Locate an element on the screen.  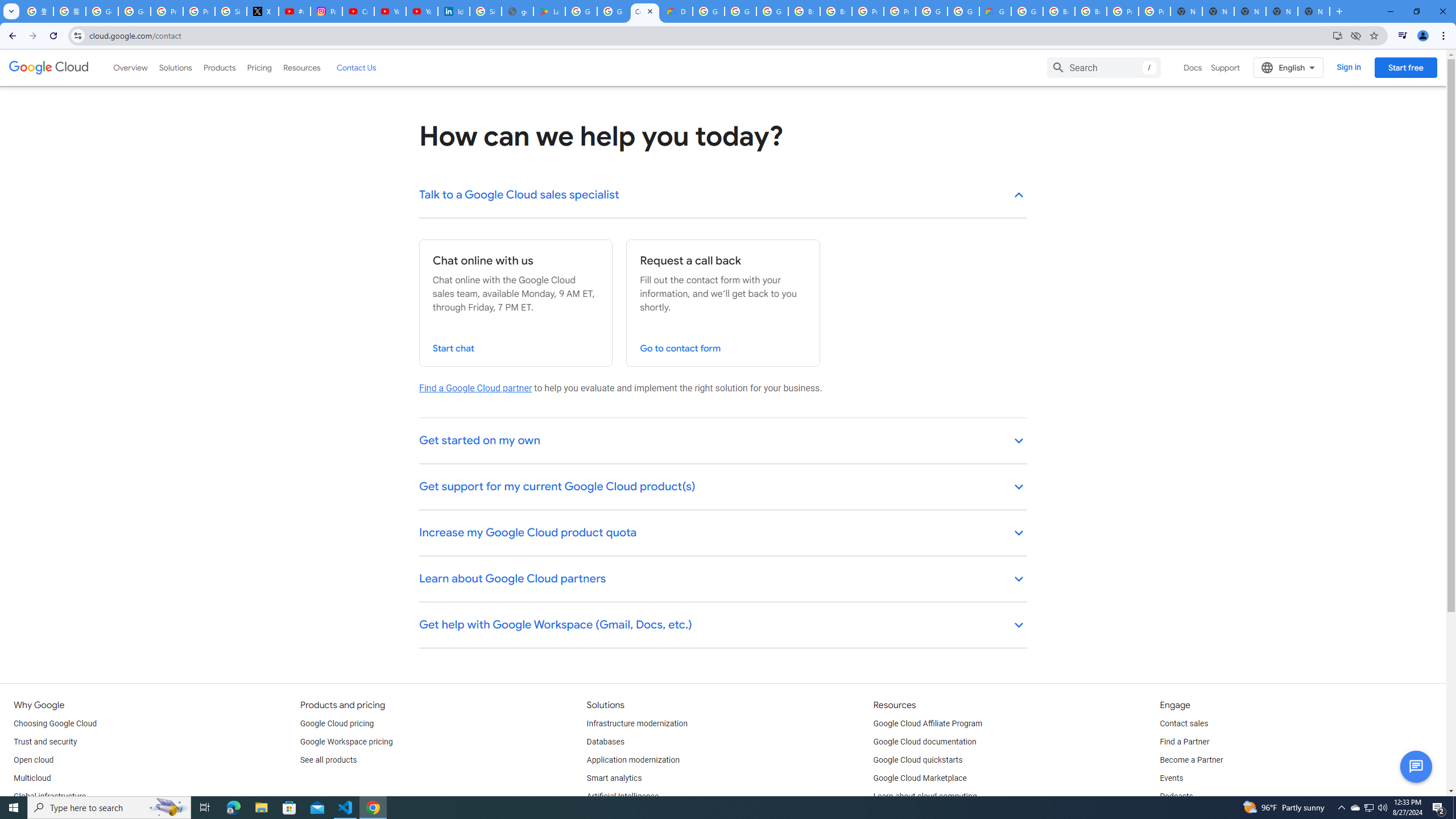
'Multicloud' is located at coordinates (32, 778).